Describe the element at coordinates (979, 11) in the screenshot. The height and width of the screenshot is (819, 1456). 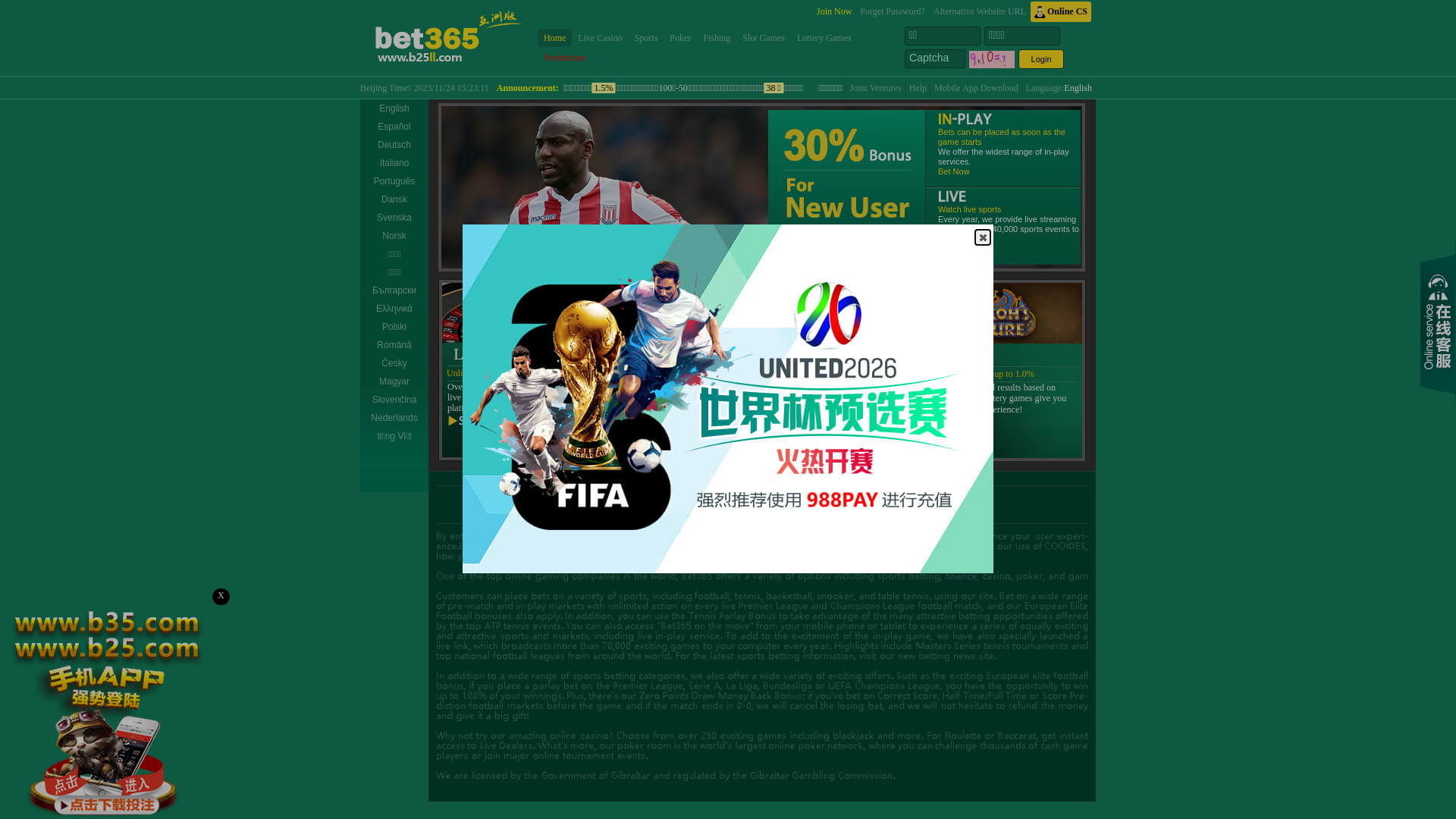
I see `'Alternative Website URL'` at that location.